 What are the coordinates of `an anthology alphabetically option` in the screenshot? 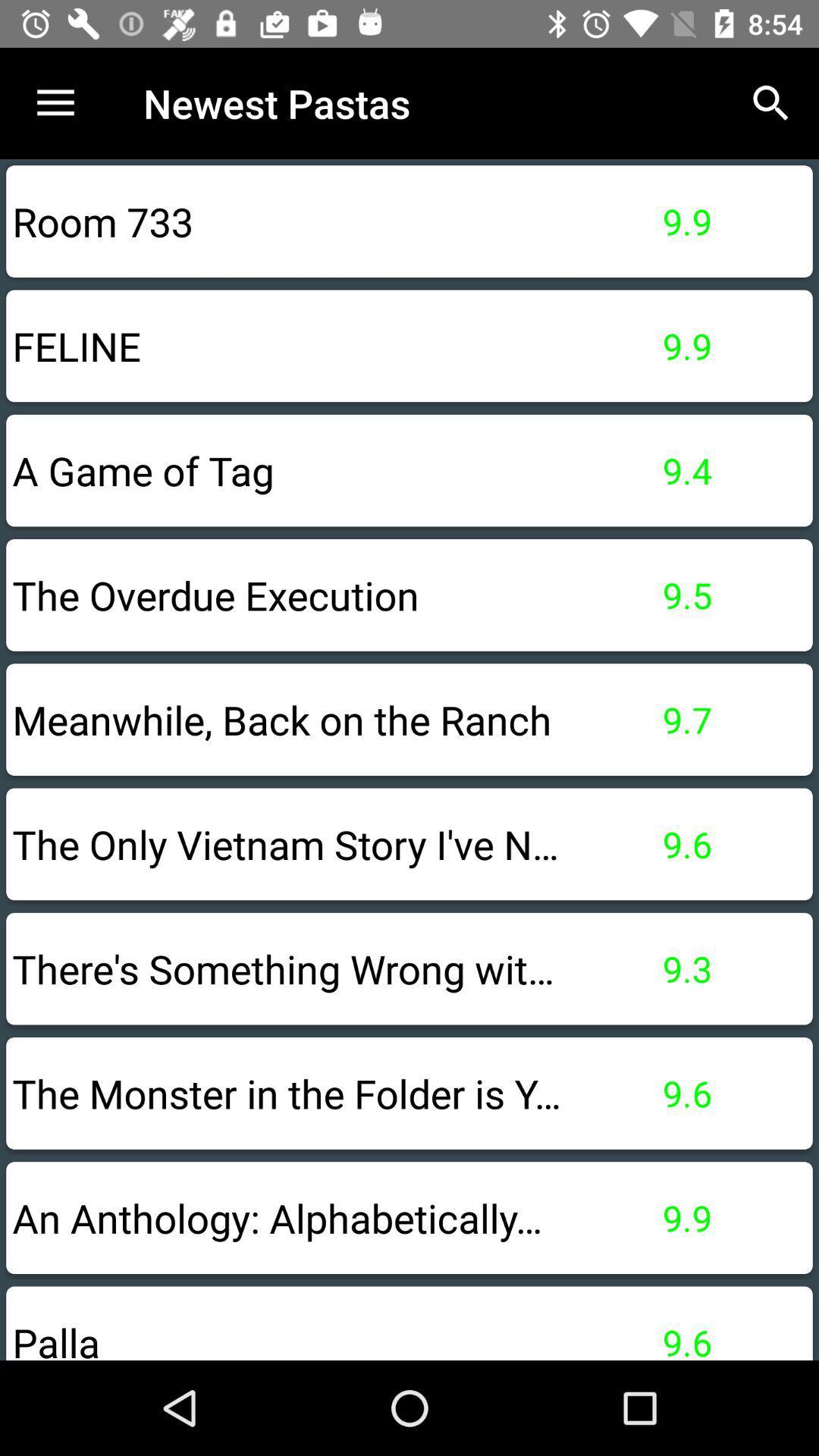 It's located at (409, 1218).